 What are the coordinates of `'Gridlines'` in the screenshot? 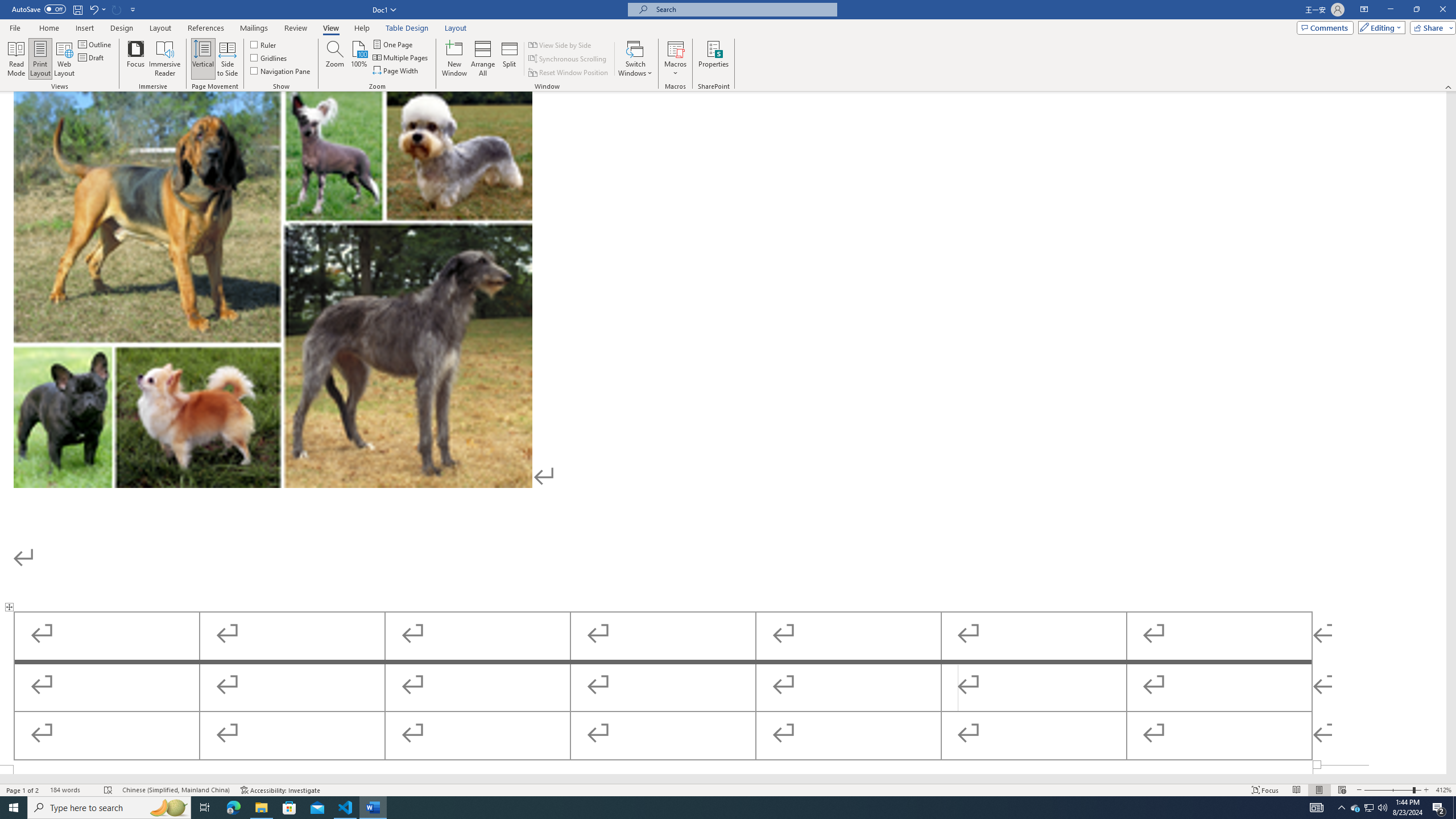 It's located at (269, 56).